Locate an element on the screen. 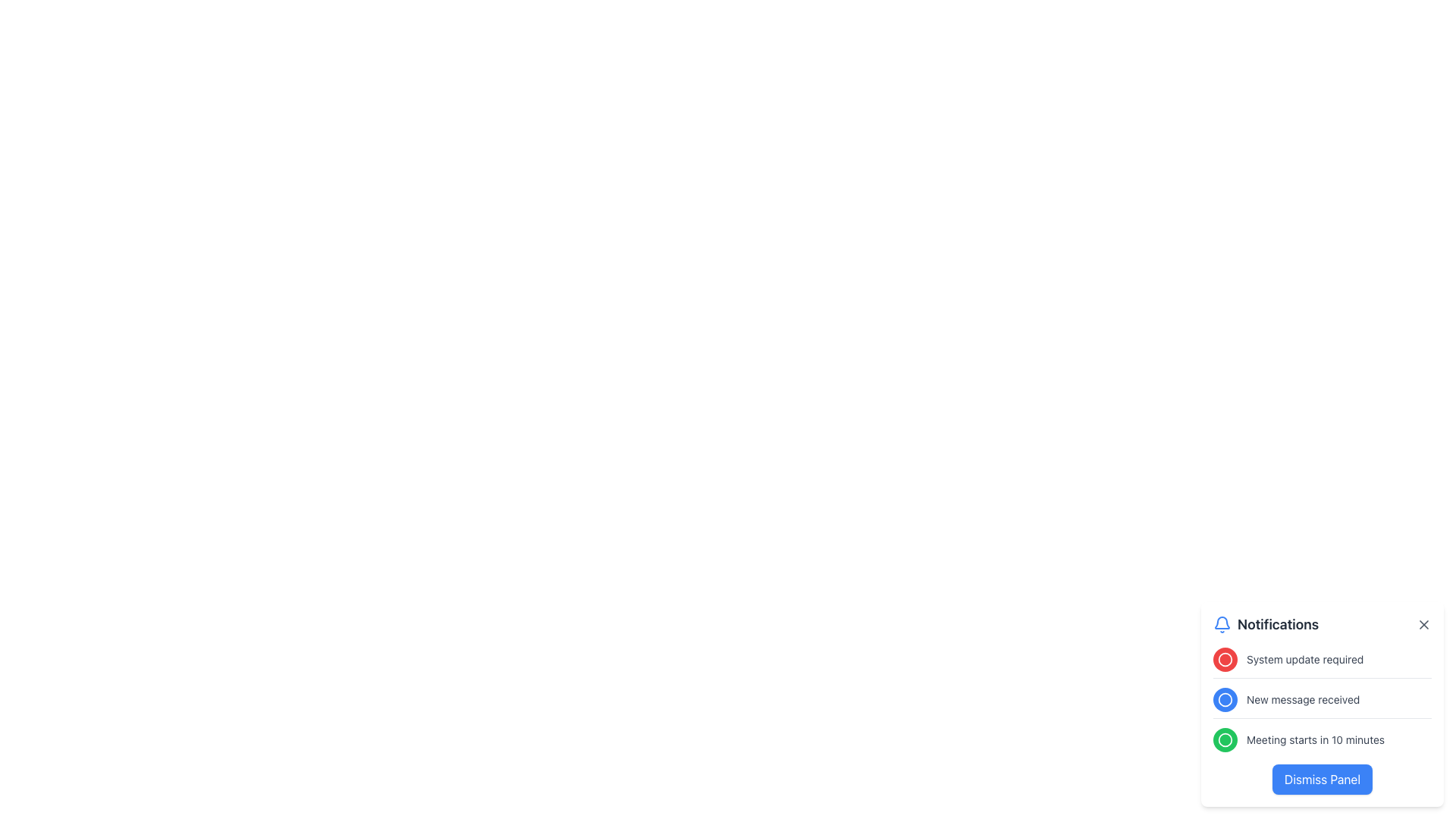 Image resolution: width=1456 pixels, height=819 pixels. the dismiss icon (×) located in the top-right corner of the notification panel is located at coordinates (1423, 625).